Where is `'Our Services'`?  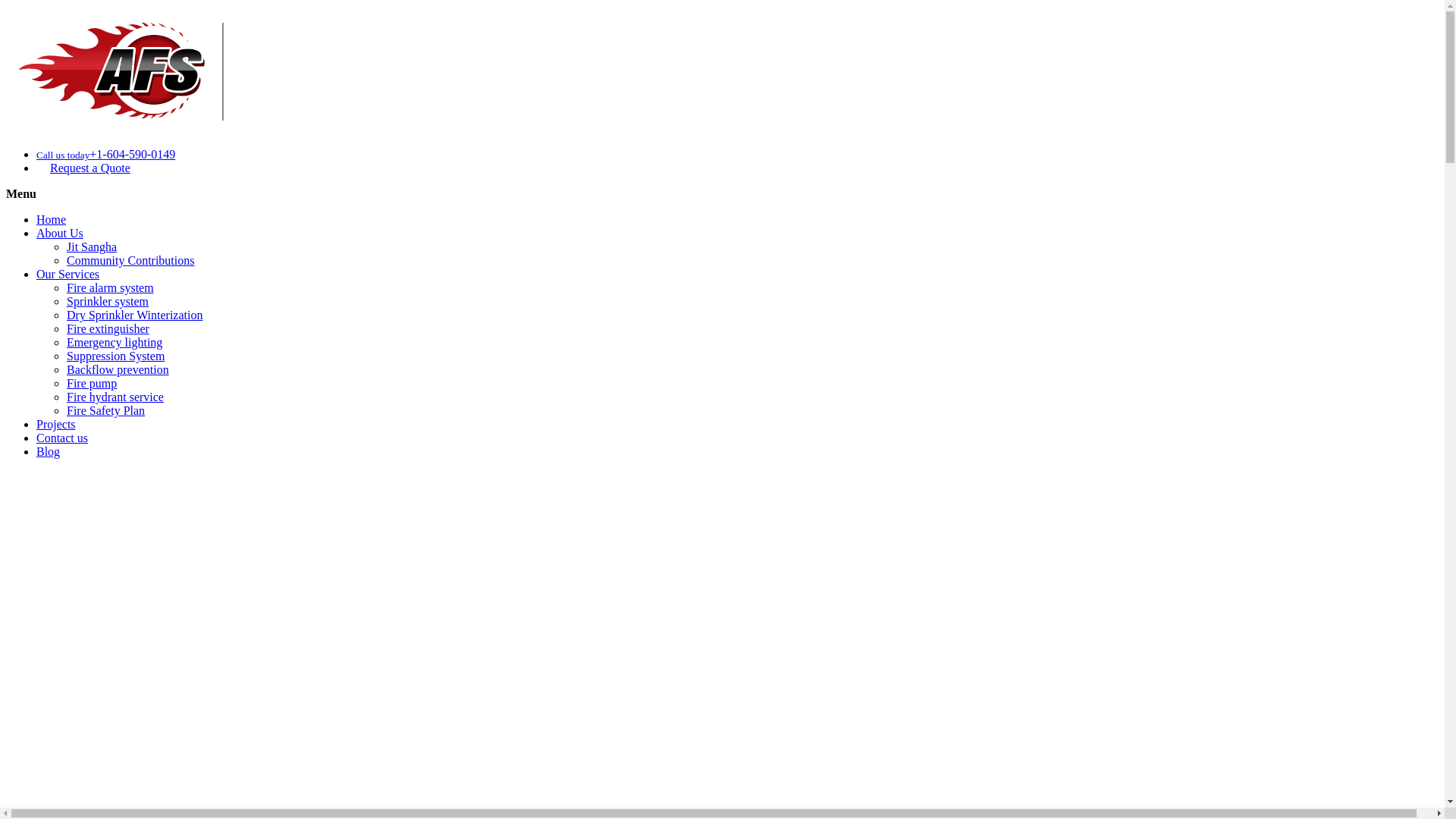 'Our Services' is located at coordinates (36, 274).